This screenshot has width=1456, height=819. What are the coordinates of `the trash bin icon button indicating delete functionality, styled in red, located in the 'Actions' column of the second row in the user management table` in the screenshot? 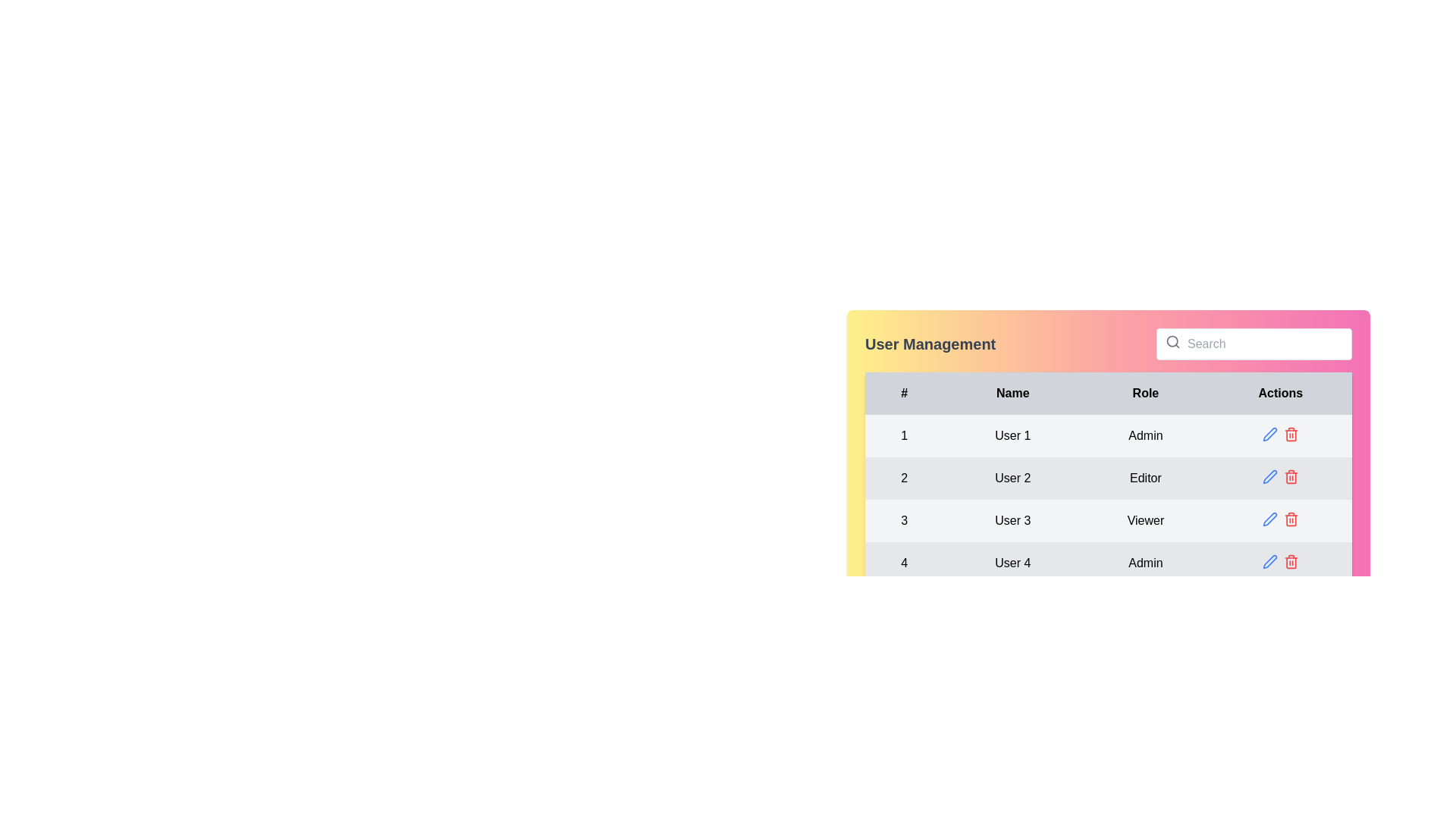 It's located at (1290, 475).